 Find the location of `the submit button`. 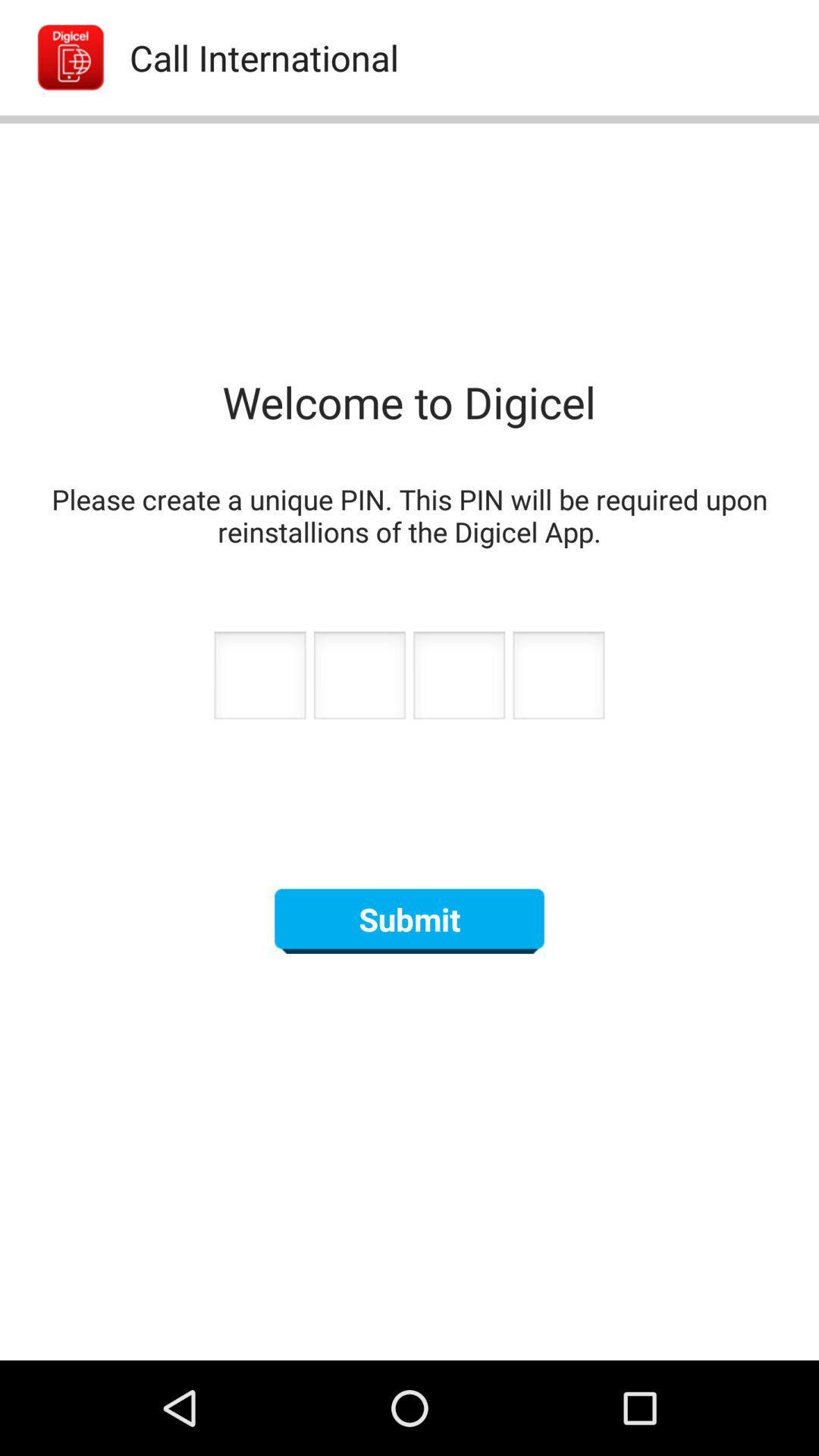

the submit button is located at coordinates (409, 920).